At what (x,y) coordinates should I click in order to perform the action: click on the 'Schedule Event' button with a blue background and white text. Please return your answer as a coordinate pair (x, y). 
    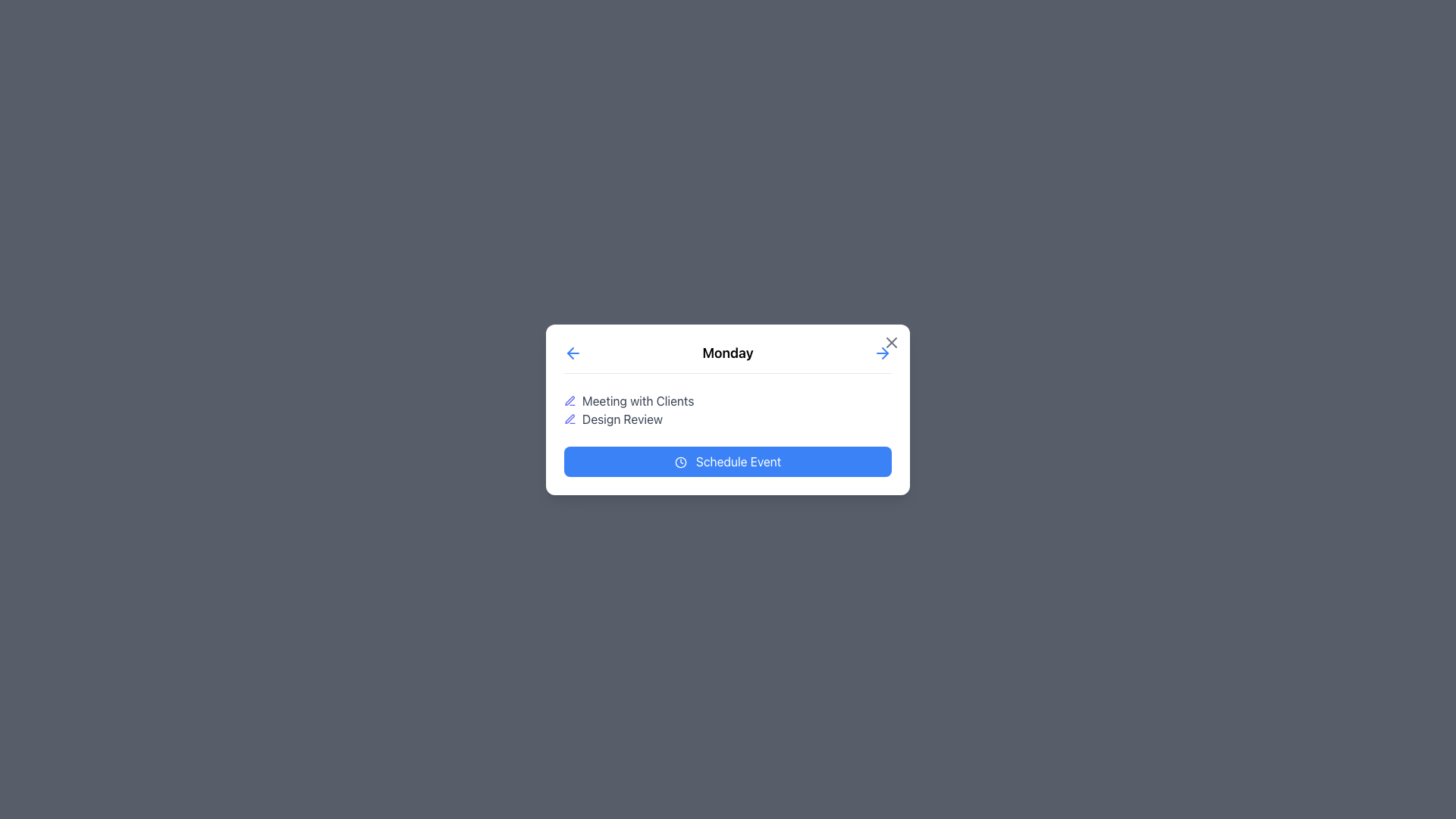
    Looking at the image, I should click on (728, 460).